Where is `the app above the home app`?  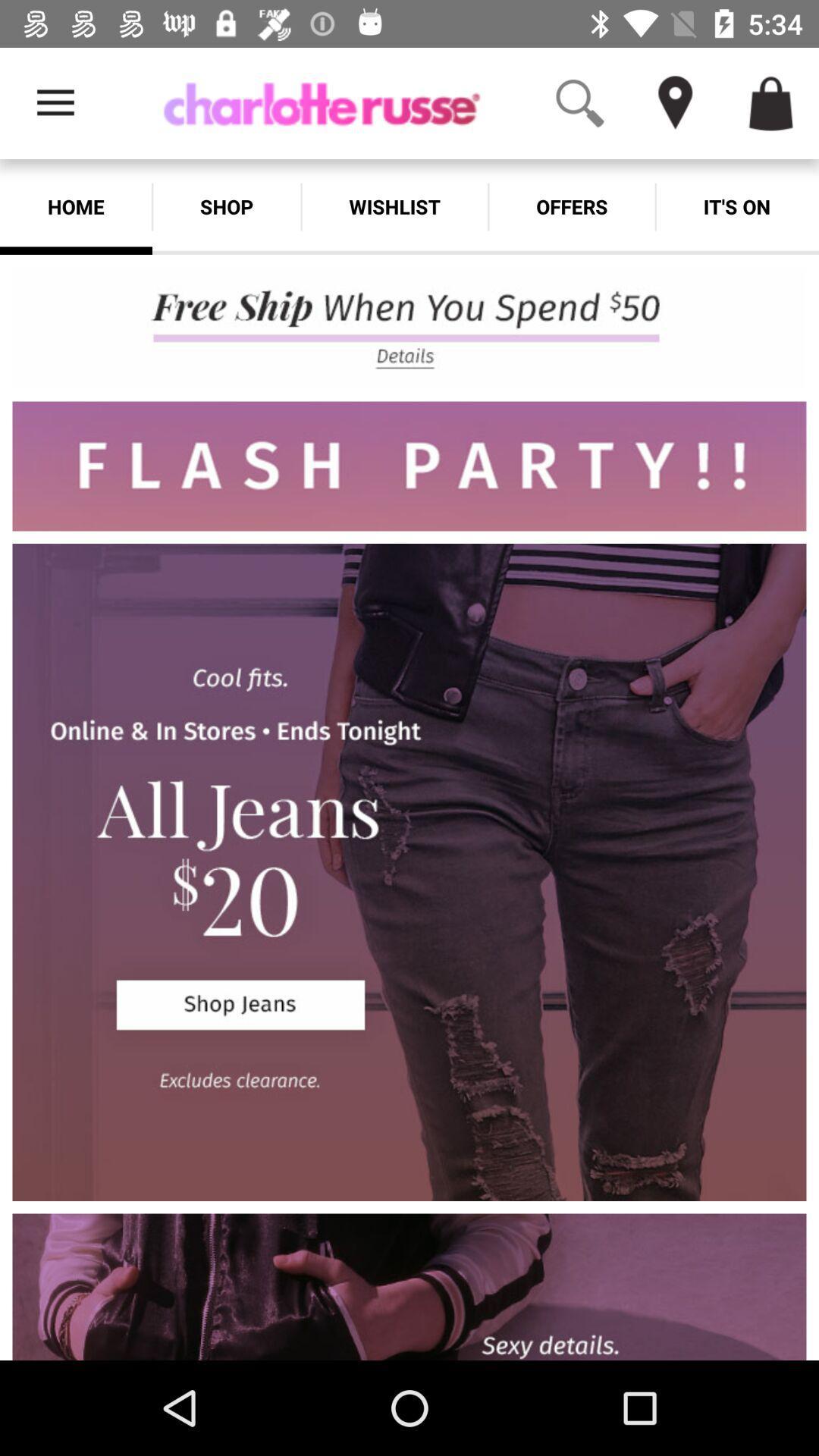 the app above the home app is located at coordinates (55, 102).